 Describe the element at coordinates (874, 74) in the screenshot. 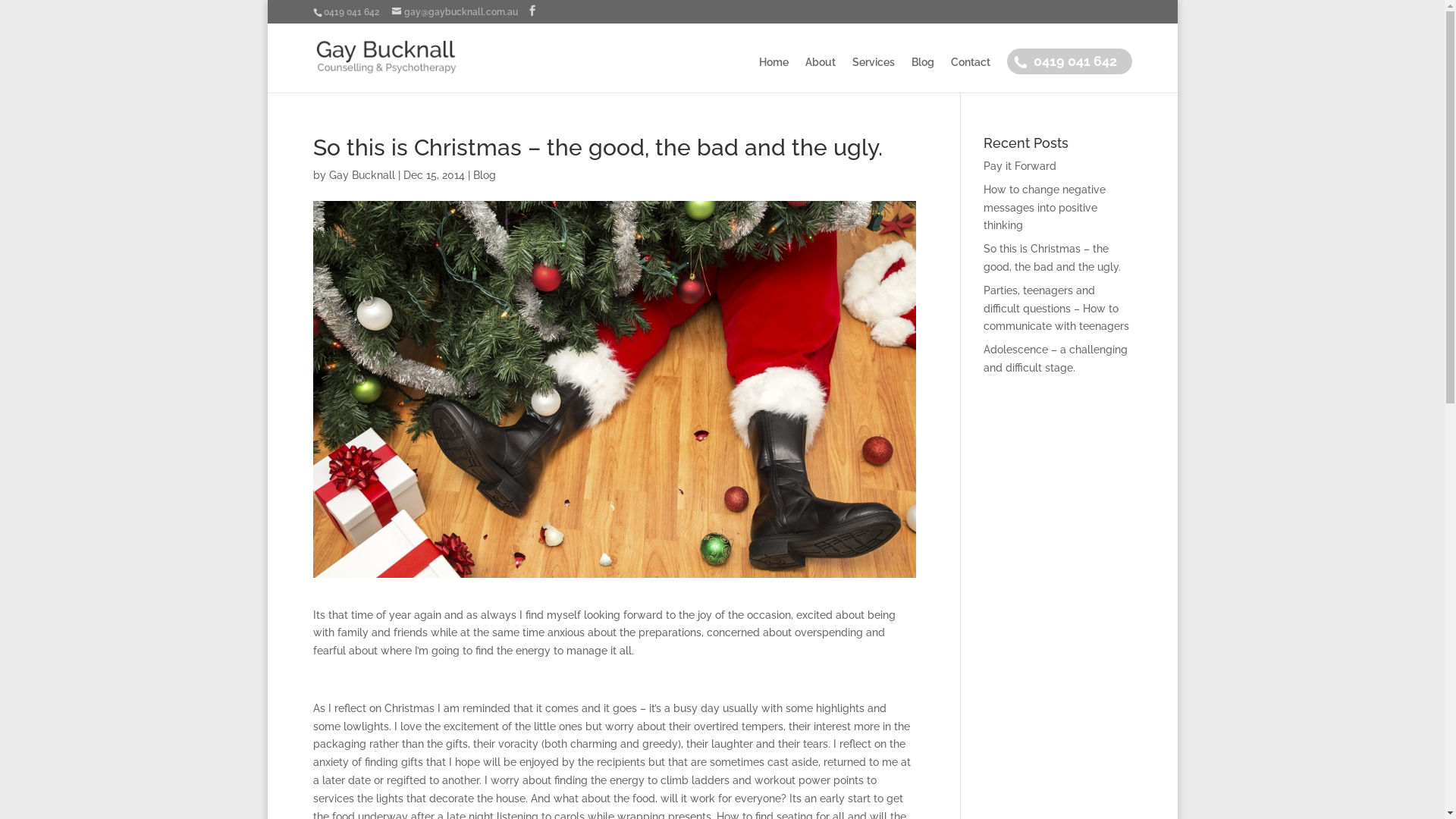

I see `'Services'` at that location.